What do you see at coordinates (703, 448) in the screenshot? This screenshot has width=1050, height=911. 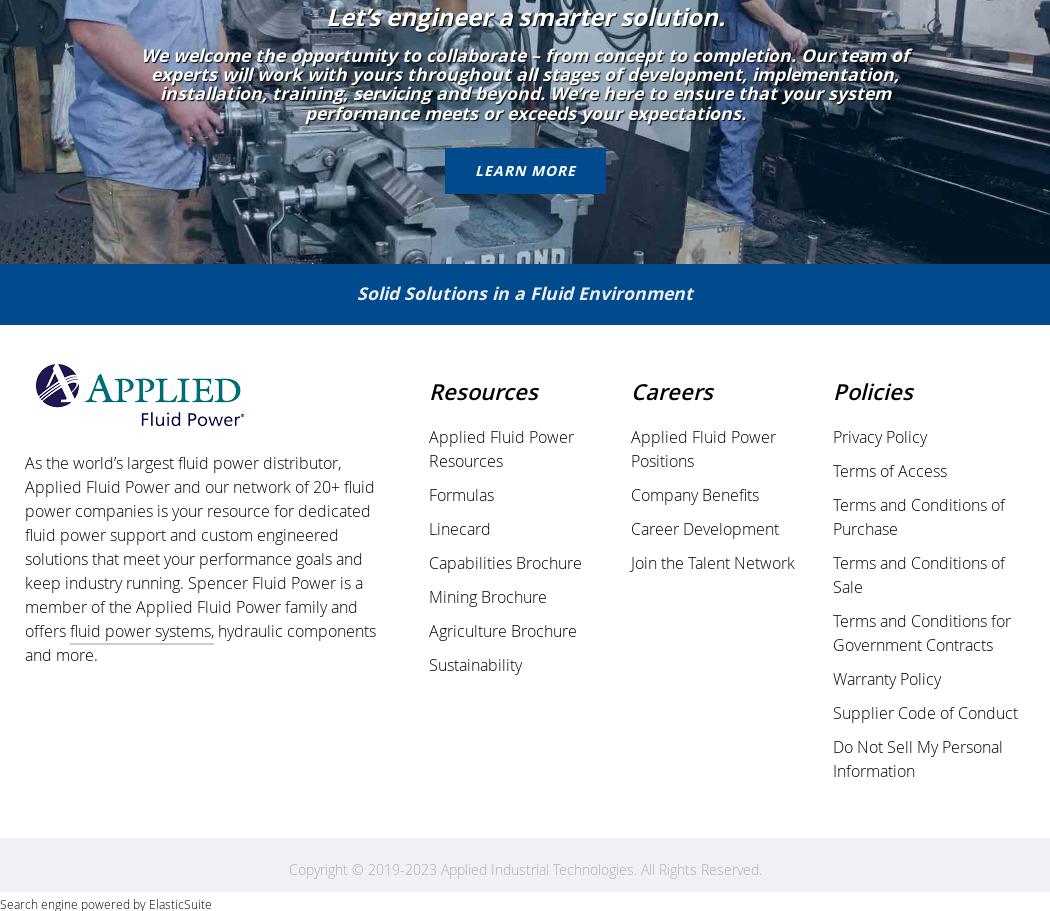 I see `'Applied Fluid Power Positions'` at bounding box center [703, 448].